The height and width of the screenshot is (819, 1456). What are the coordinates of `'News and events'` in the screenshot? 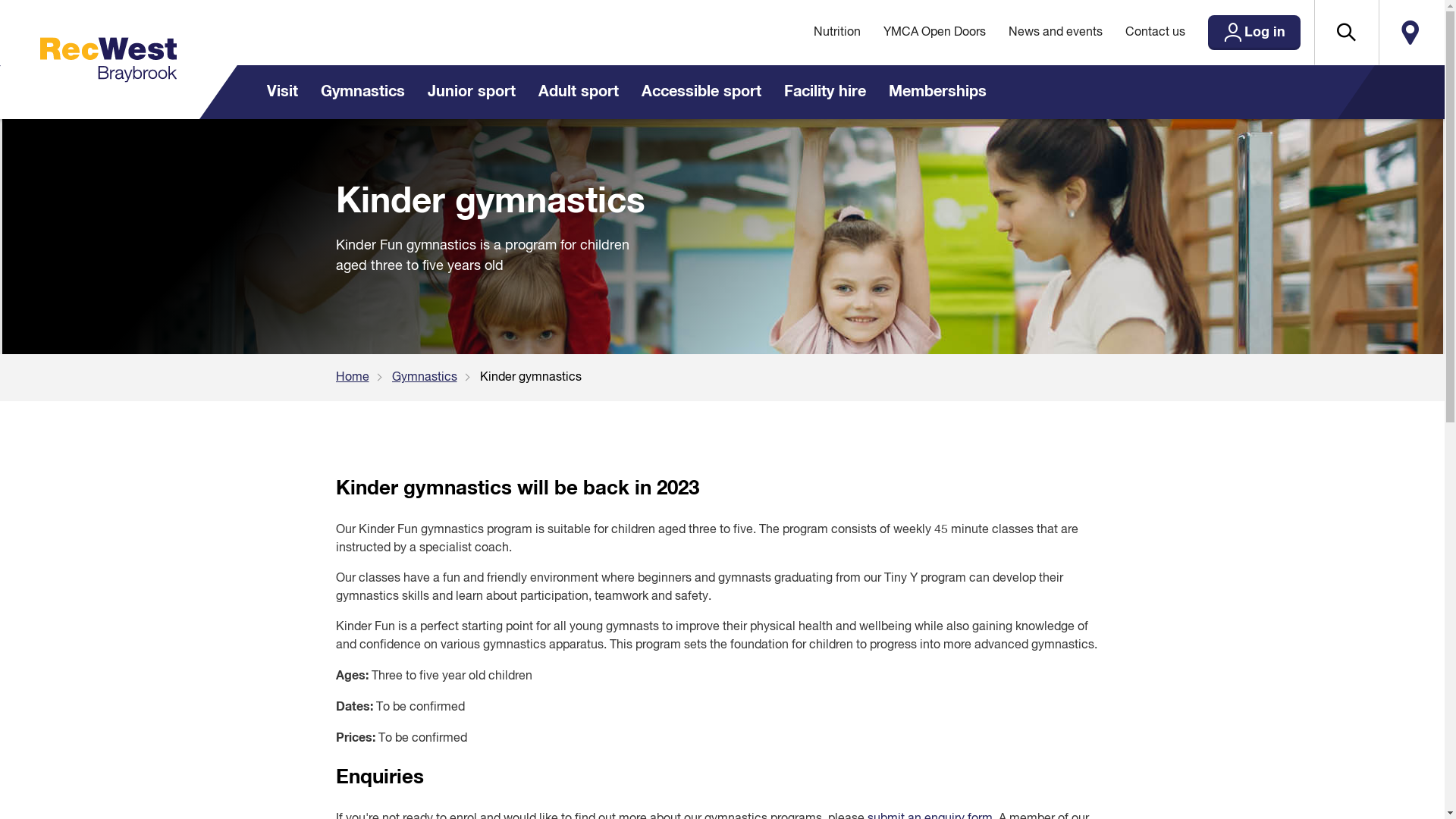 It's located at (1054, 32).